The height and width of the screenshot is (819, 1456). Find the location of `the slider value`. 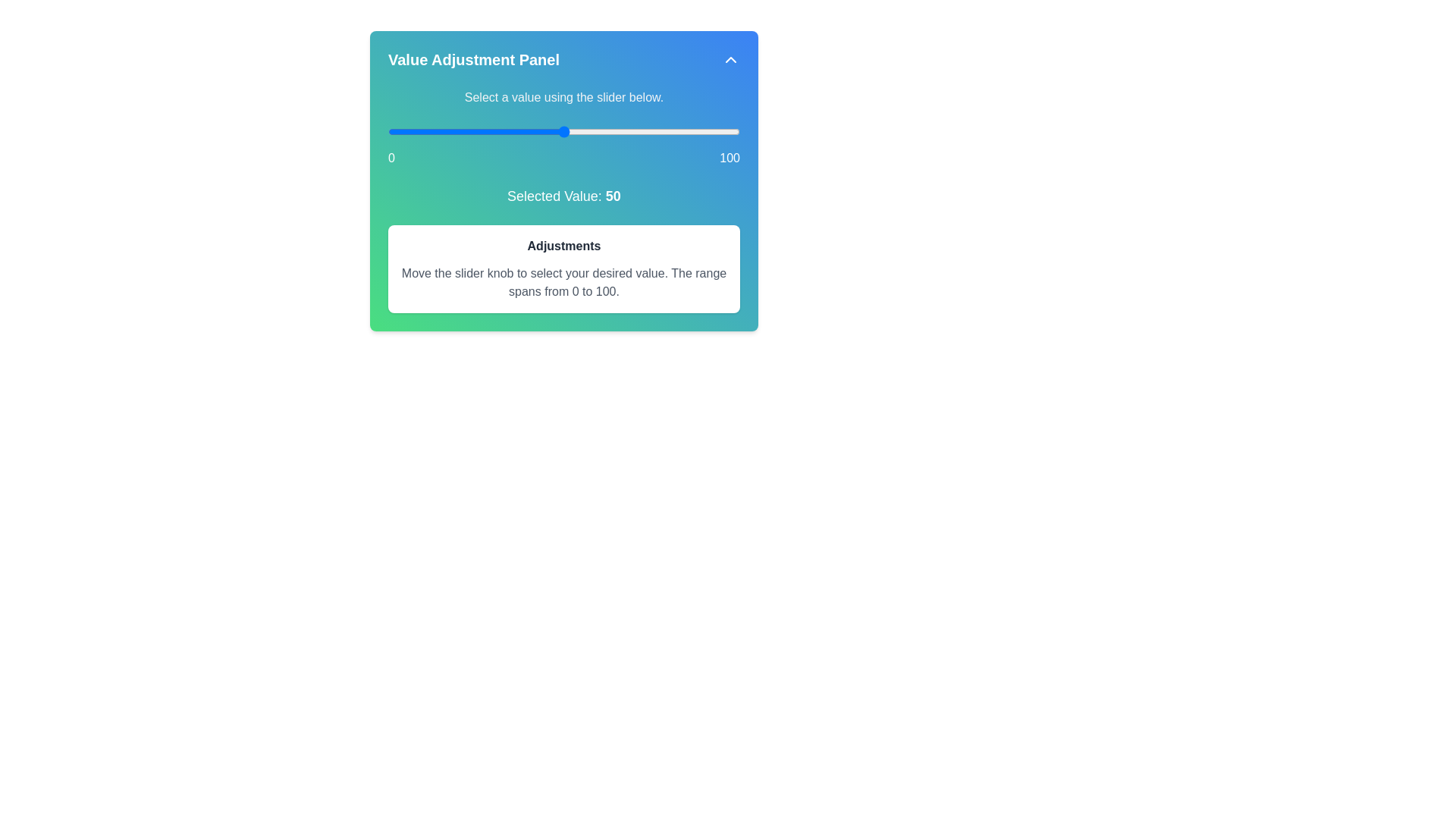

the slider value is located at coordinates (423, 130).